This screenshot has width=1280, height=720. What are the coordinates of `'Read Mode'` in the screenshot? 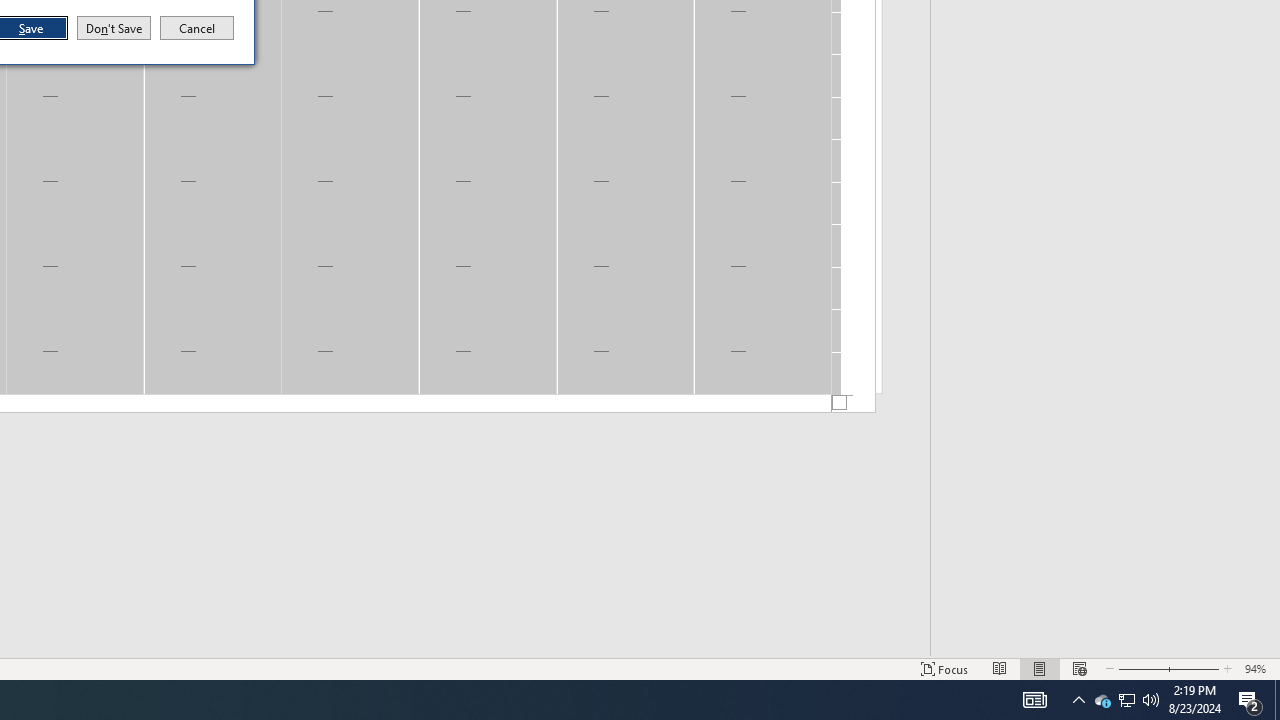 It's located at (1000, 669).